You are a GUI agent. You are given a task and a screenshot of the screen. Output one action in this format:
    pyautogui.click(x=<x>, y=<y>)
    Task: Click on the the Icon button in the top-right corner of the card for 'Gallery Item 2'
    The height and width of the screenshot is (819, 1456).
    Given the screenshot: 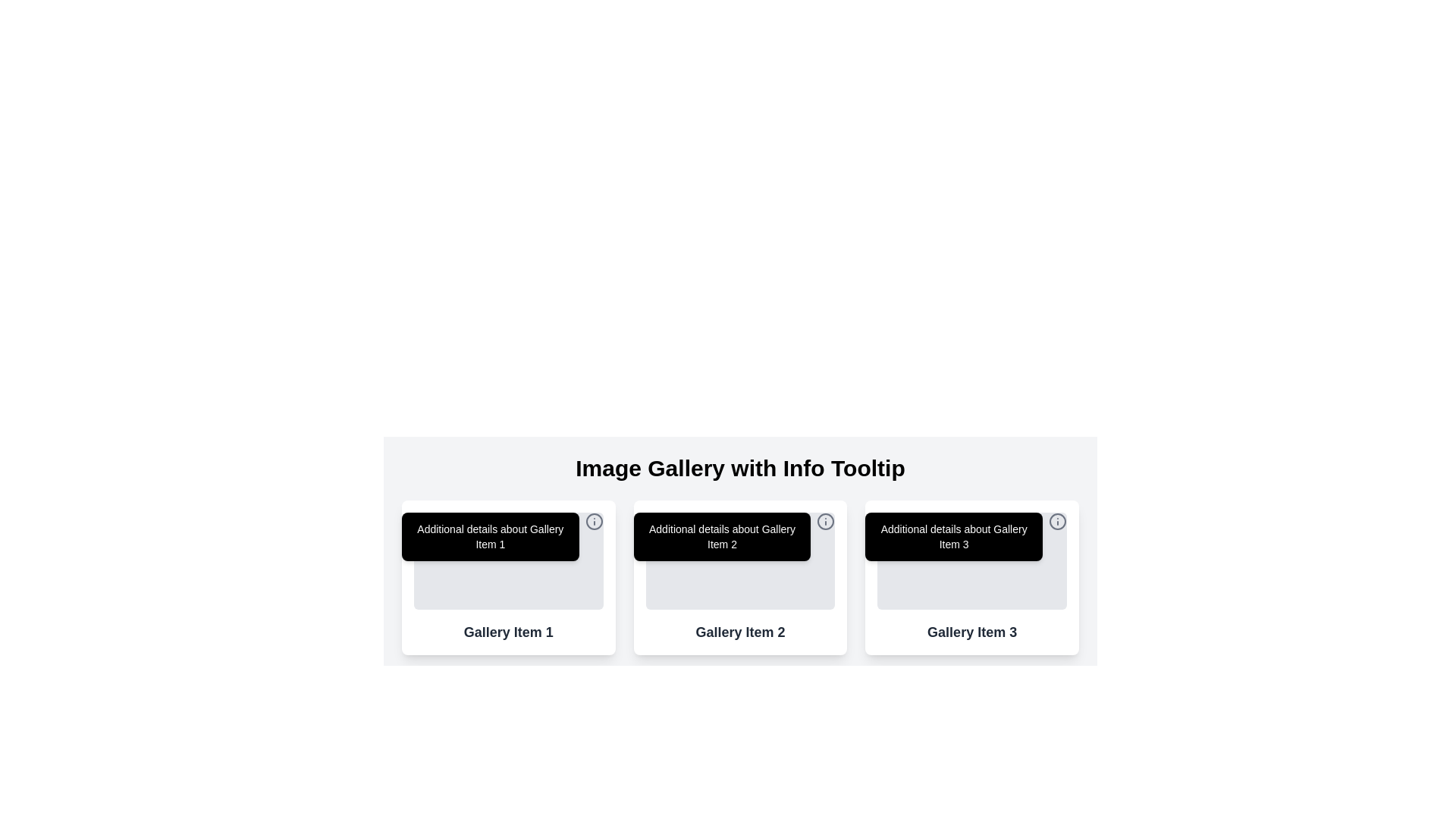 What is the action you would take?
    pyautogui.click(x=825, y=520)
    